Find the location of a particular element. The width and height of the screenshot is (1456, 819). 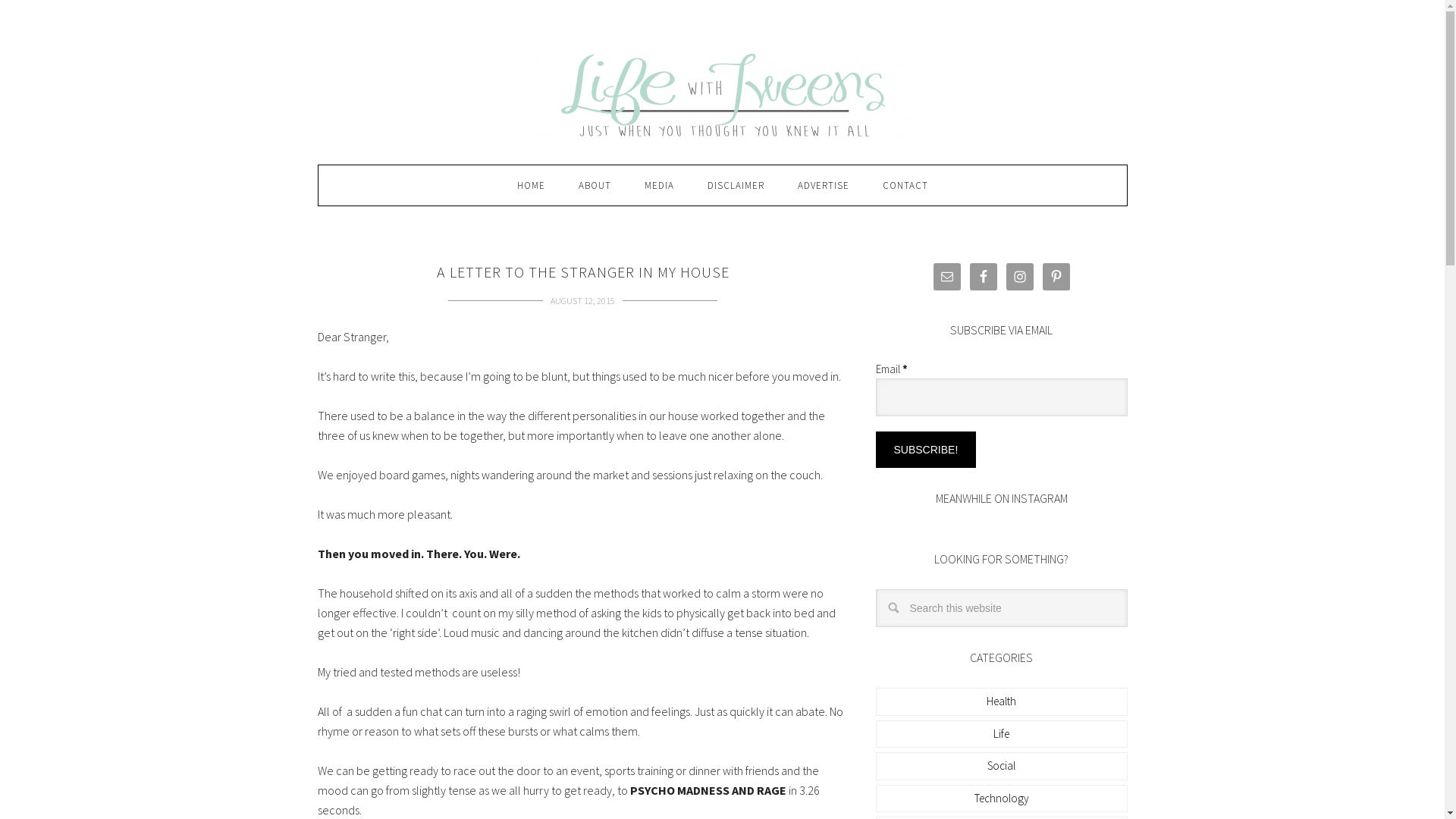

'Email' is located at coordinates (874, 397).